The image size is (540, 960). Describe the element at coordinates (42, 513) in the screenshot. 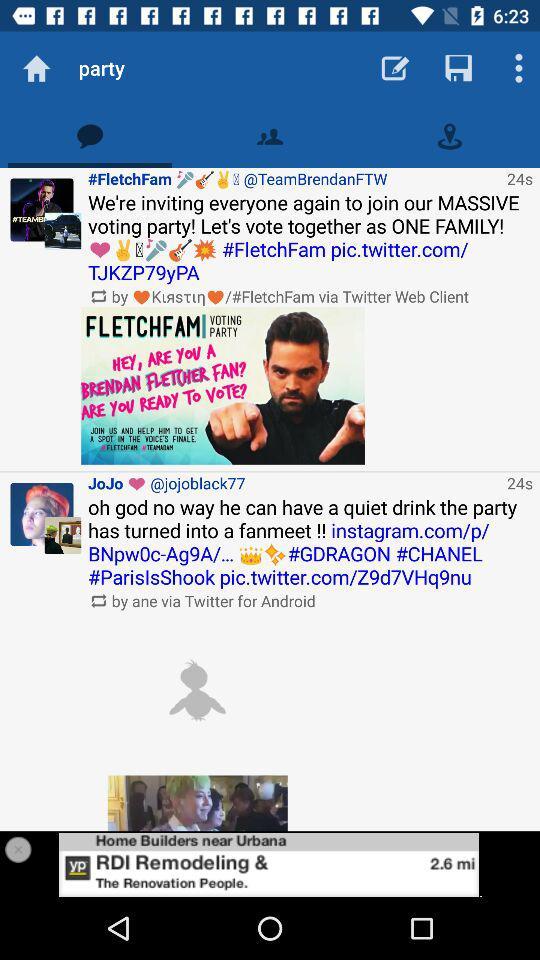

I see `open user 's profile` at that location.